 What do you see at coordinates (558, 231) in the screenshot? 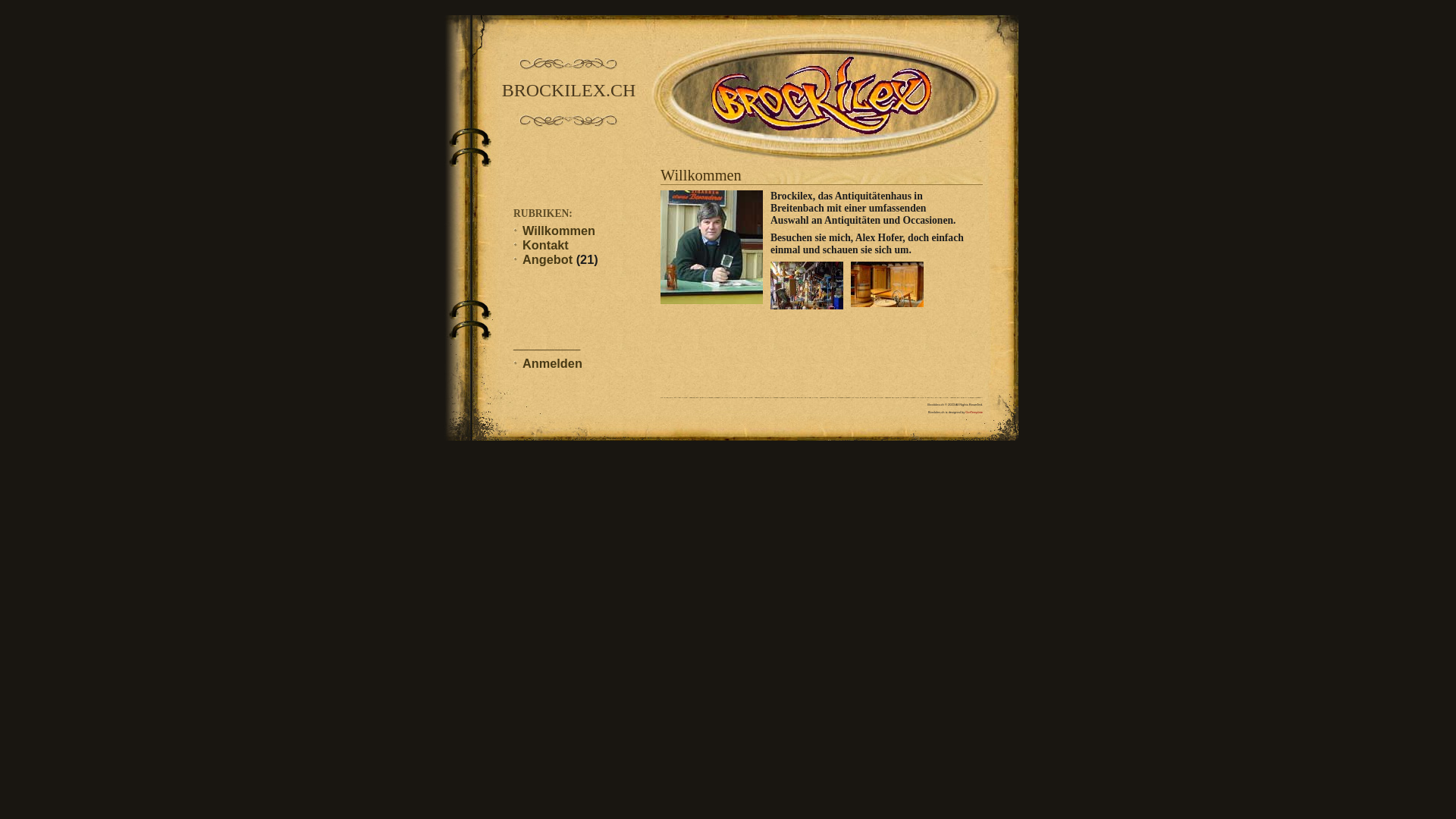
I see `'Willkommen'` at bounding box center [558, 231].